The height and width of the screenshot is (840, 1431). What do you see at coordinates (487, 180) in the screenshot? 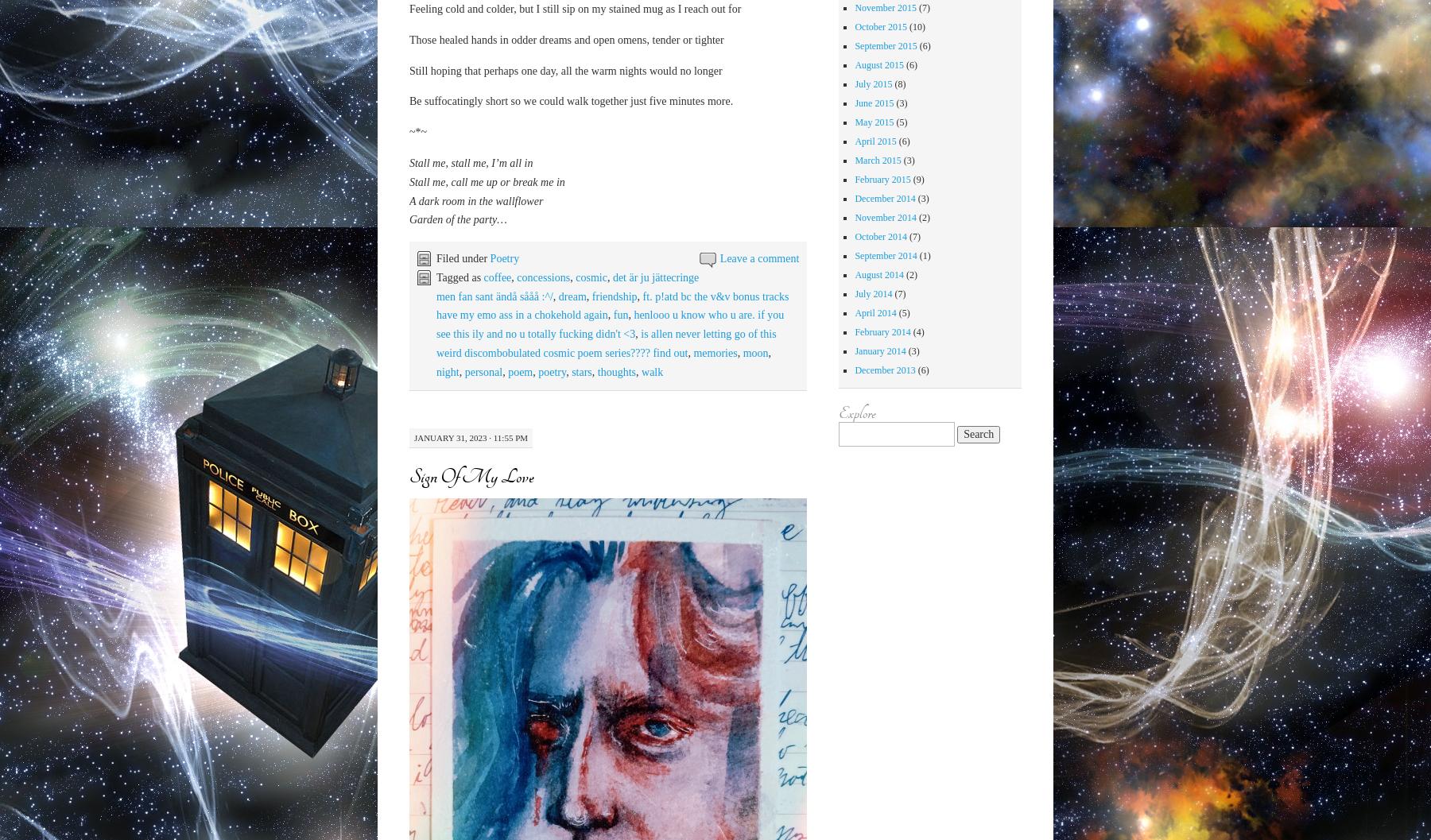
I see `'Stall me, call me up or break me in'` at bounding box center [487, 180].